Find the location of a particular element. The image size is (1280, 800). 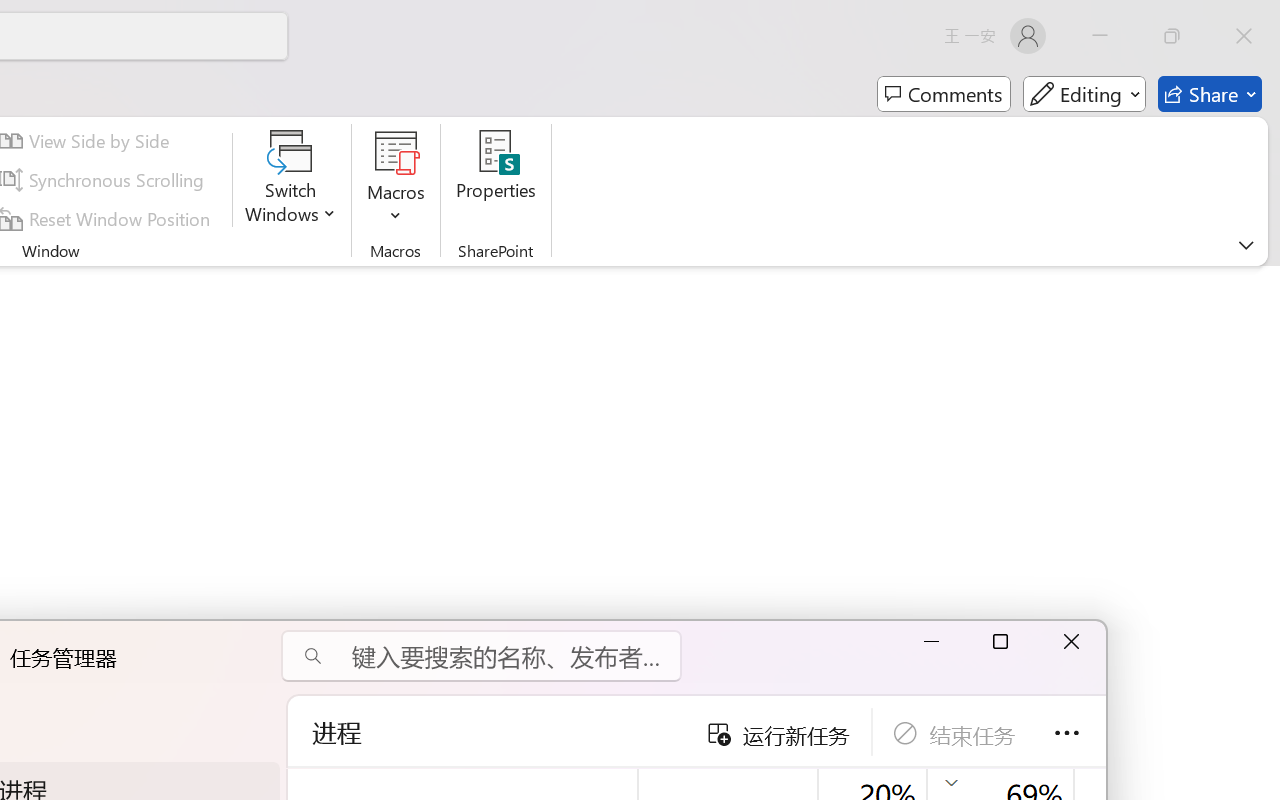

'Ribbon Display Options' is located at coordinates (1245, 244).